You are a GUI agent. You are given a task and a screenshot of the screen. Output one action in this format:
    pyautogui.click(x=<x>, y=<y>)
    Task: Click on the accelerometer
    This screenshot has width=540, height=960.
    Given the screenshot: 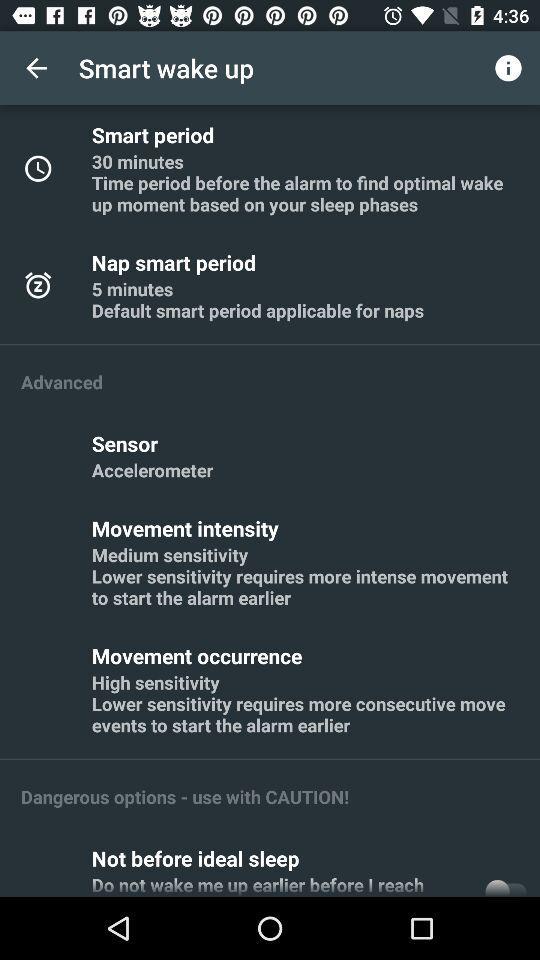 What is the action you would take?
    pyautogui.click(x=151, y=470)
    